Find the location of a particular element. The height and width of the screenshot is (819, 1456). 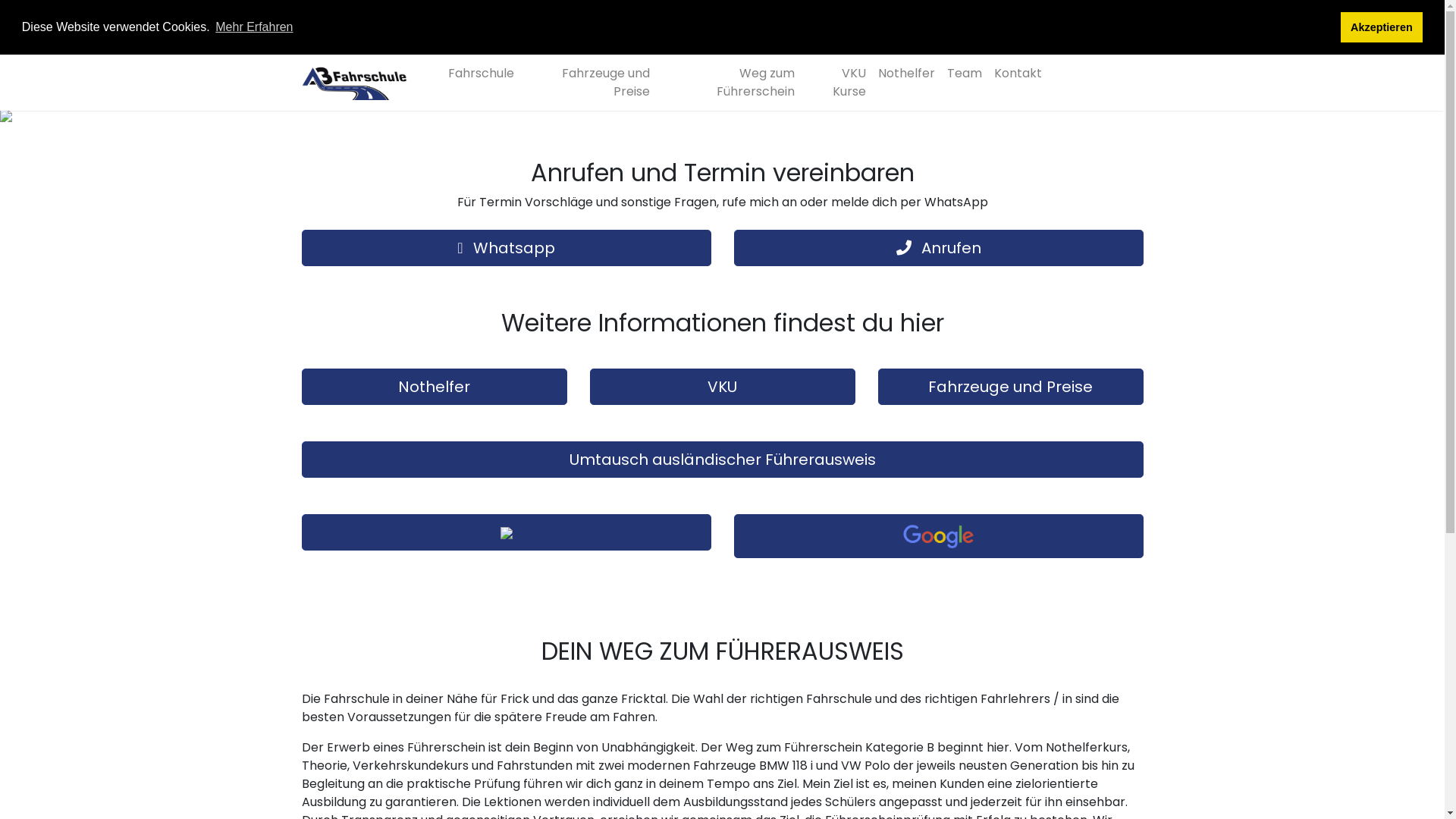

'Fahrschule' is located at coordinates (479, 73).